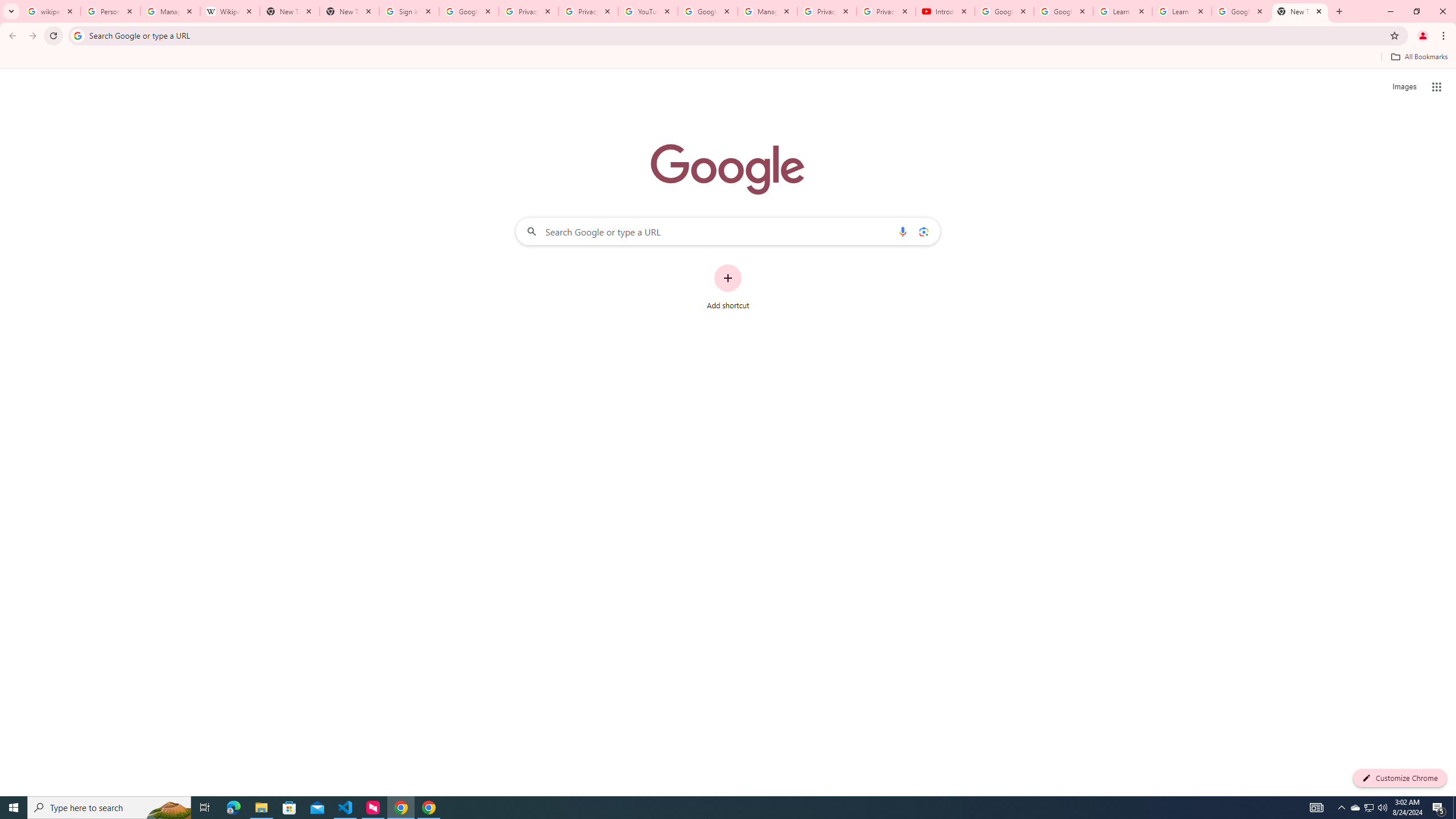 This screenshot has width=1456, height=819. What do you see at coordinates (923, 230) in the screenshot?
I see `'Search by image'` at bounding box center [923, 230].